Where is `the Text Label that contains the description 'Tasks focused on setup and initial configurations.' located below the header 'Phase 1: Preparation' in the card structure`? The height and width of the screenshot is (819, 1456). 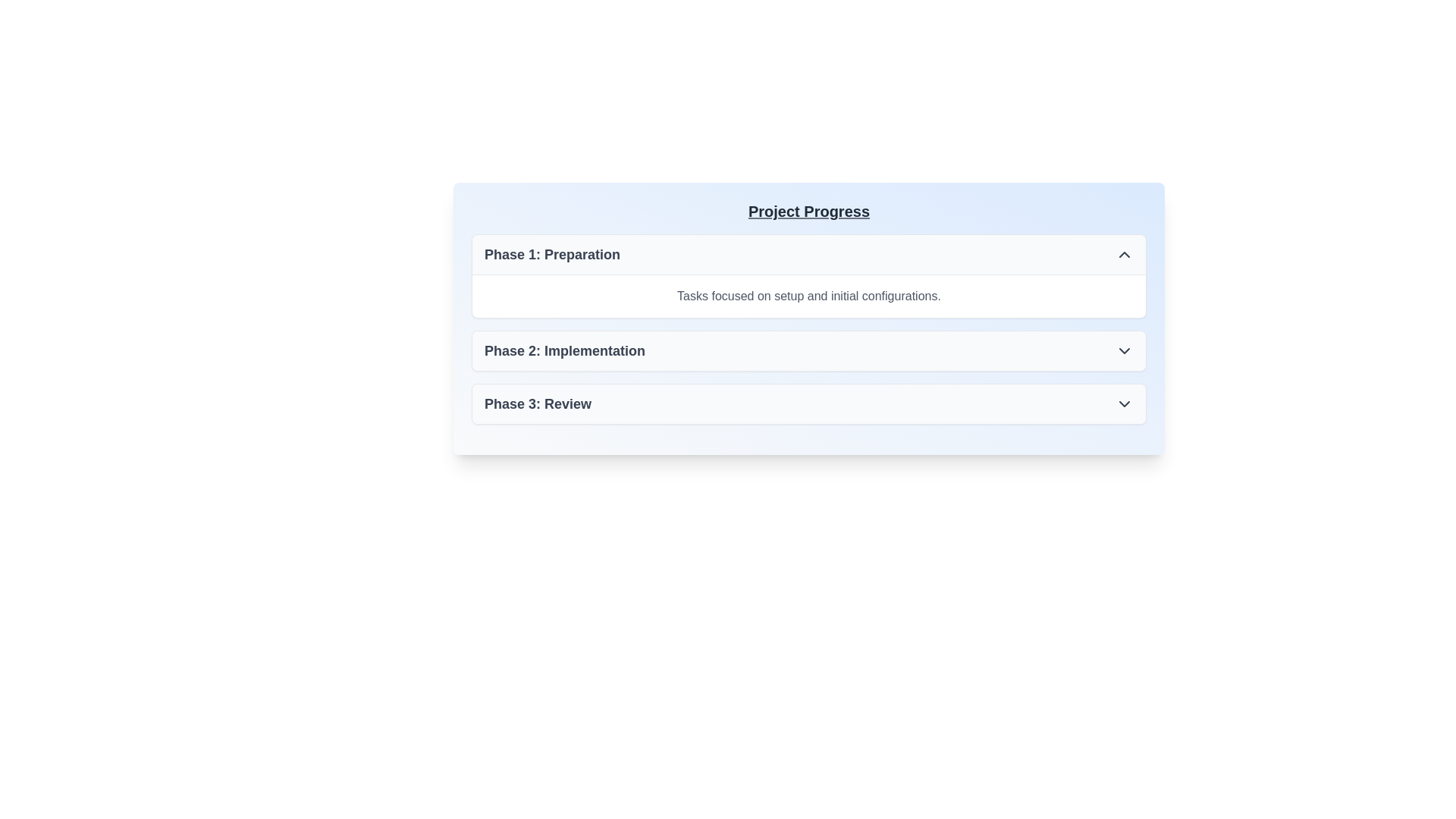
the Text Label that contains the description 'Tasks focused on setup and initial configurations.' located below the header 'Phase 1: Preparation' in the card structure is located at coordinates (808, 295).